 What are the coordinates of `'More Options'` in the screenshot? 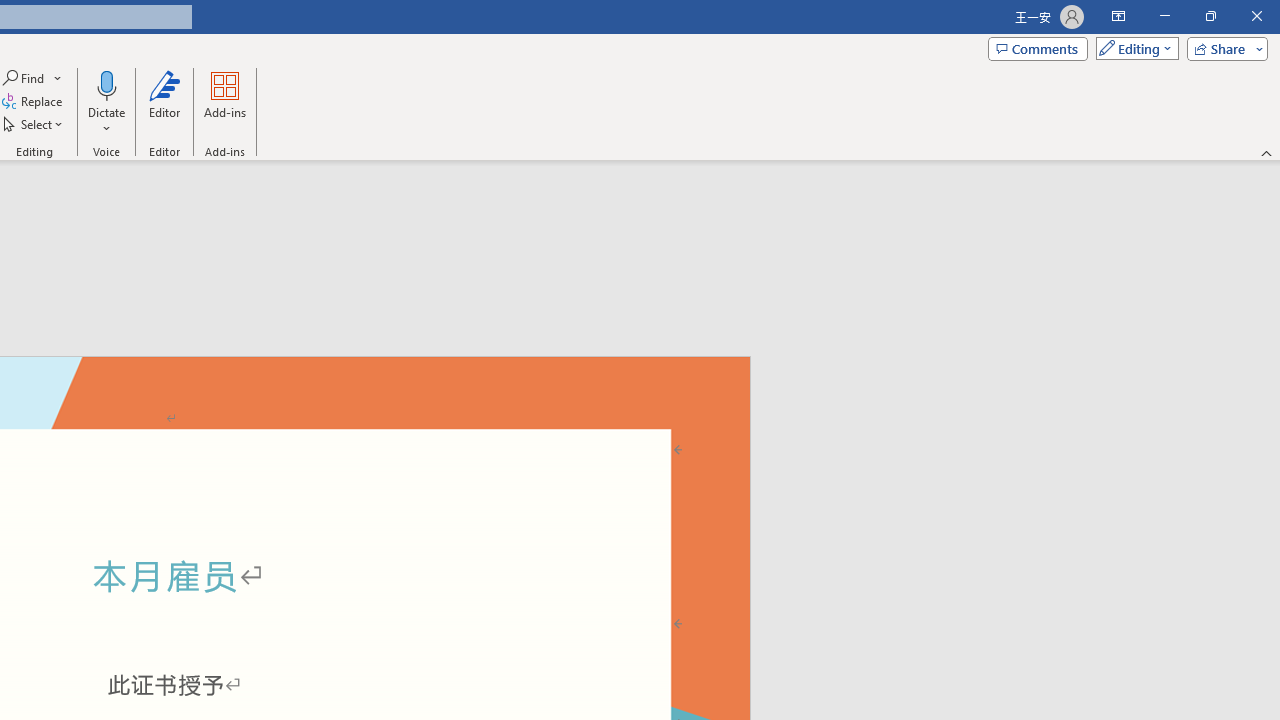 It's located at (105, 121).